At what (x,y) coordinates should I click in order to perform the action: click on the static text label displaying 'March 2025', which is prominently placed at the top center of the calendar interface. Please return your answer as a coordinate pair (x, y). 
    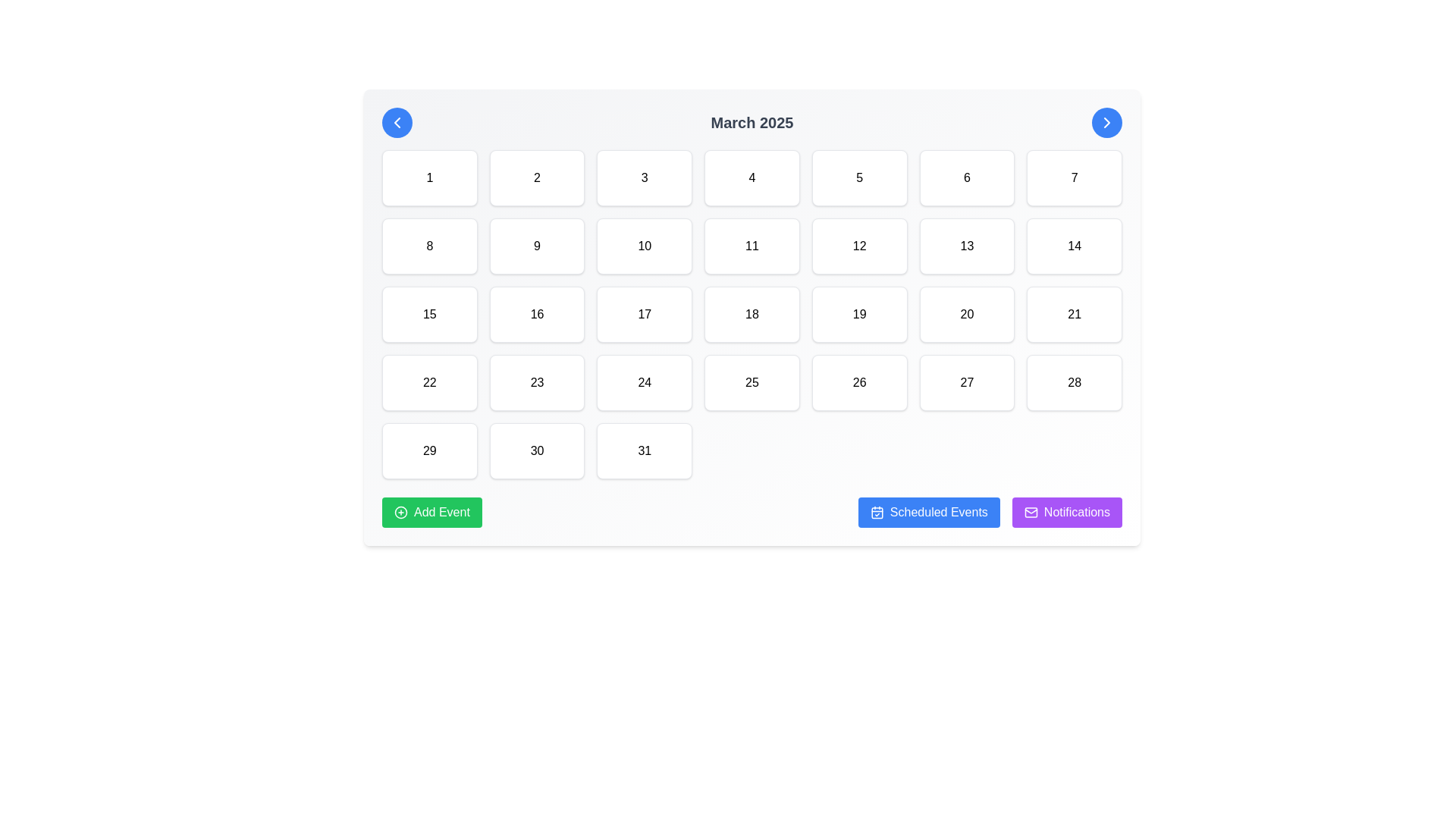
    Looking at the image, I should click on (752, 122).